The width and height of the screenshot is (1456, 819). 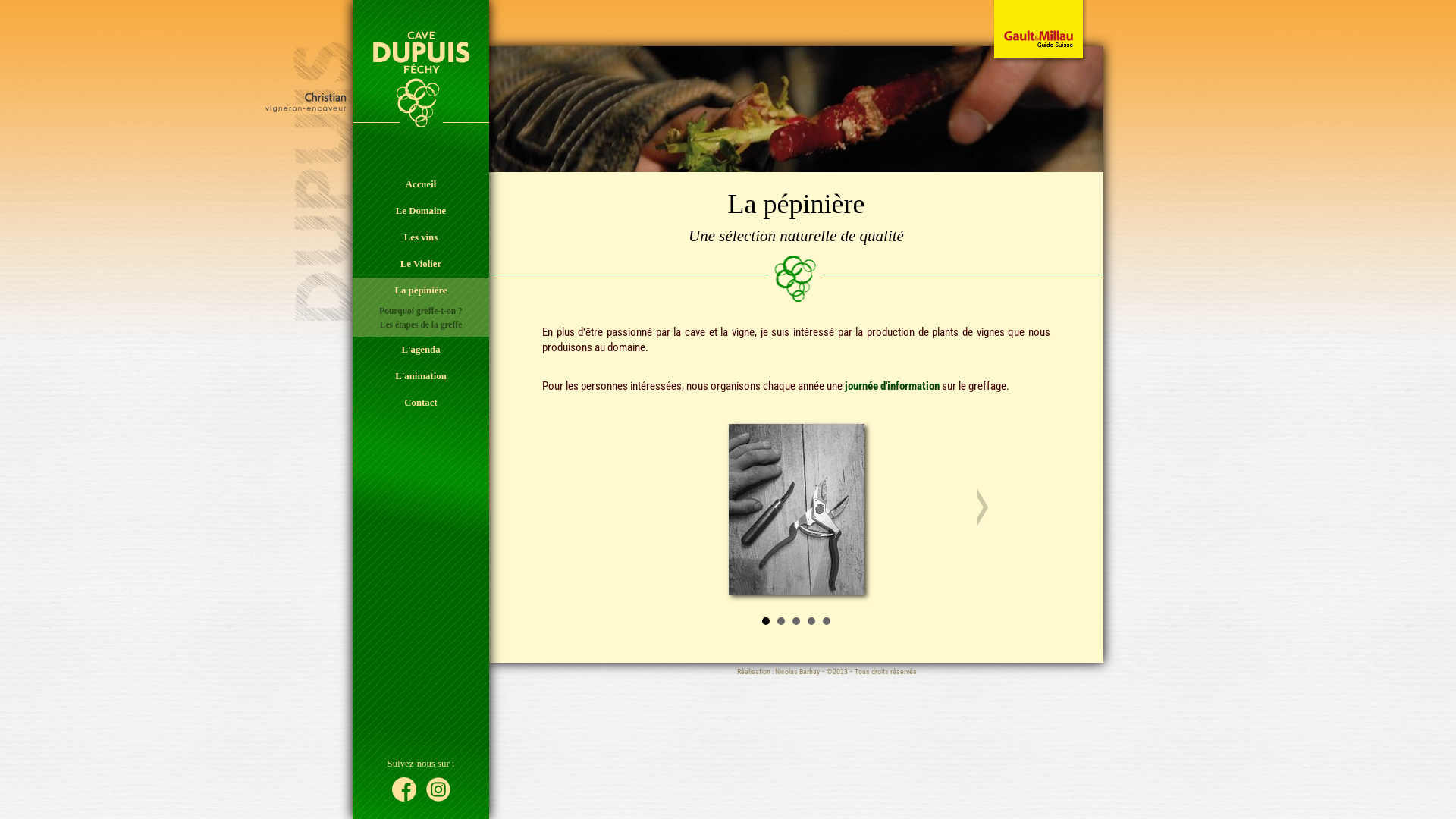 I want to click on 'Le Violier', so click(x=421, y=263).